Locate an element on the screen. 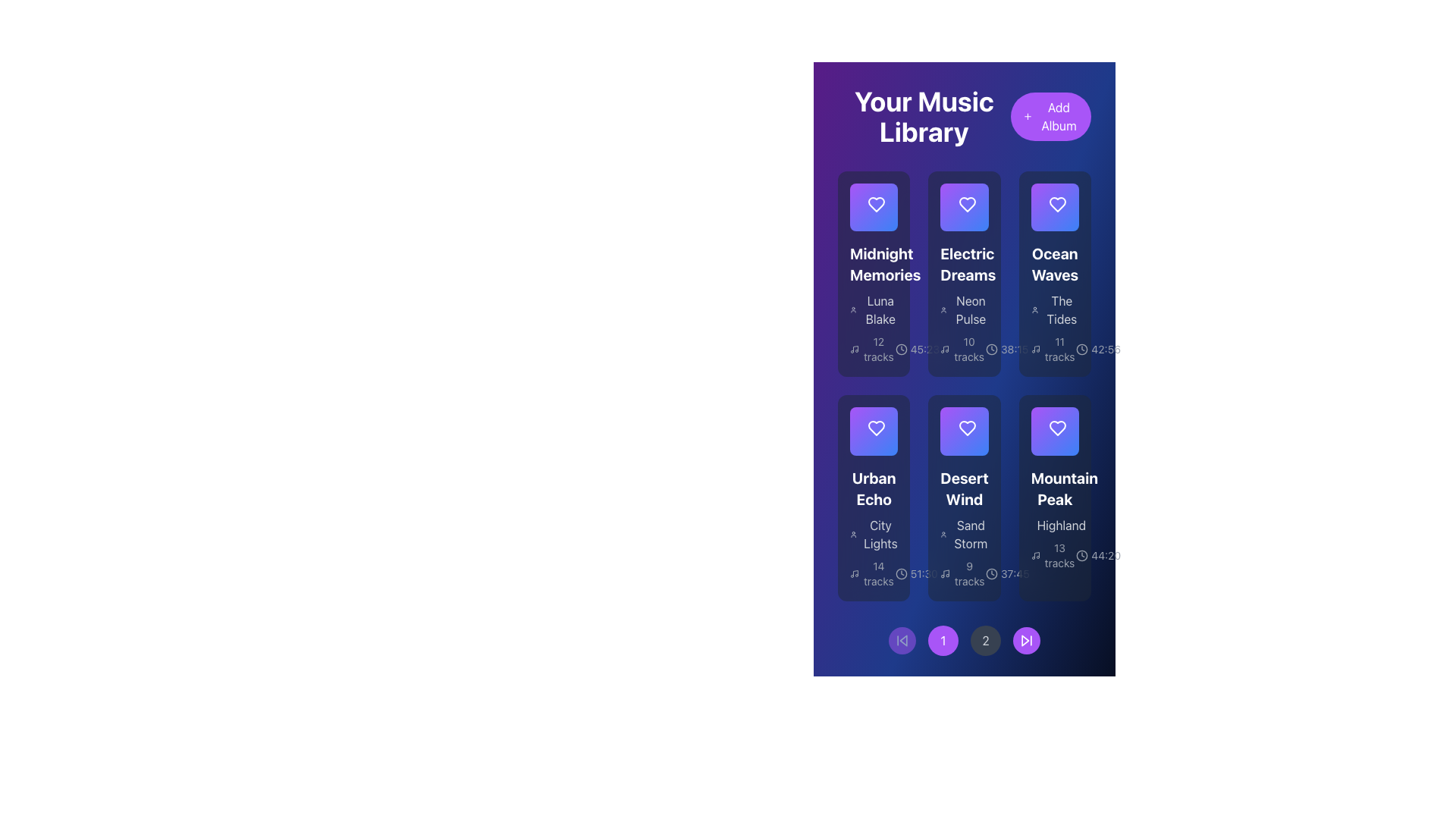  the favorite icon on the 'Midnight Memories' album card located at the top left of the grid layout to mark it as a favorite is located at coordinates (877, 205).